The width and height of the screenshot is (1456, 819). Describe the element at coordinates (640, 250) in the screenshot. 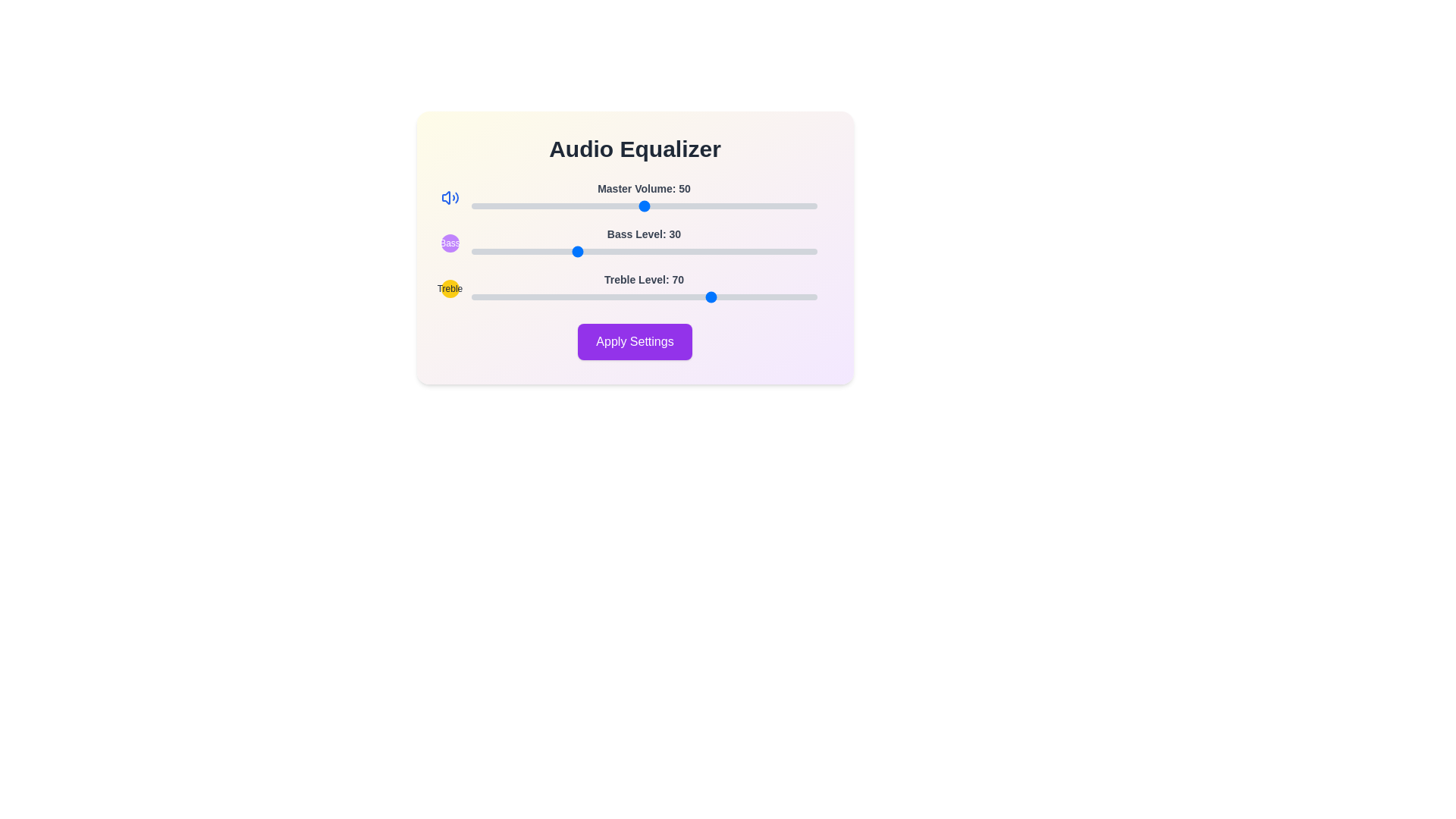

I see `the bass level` at that location.